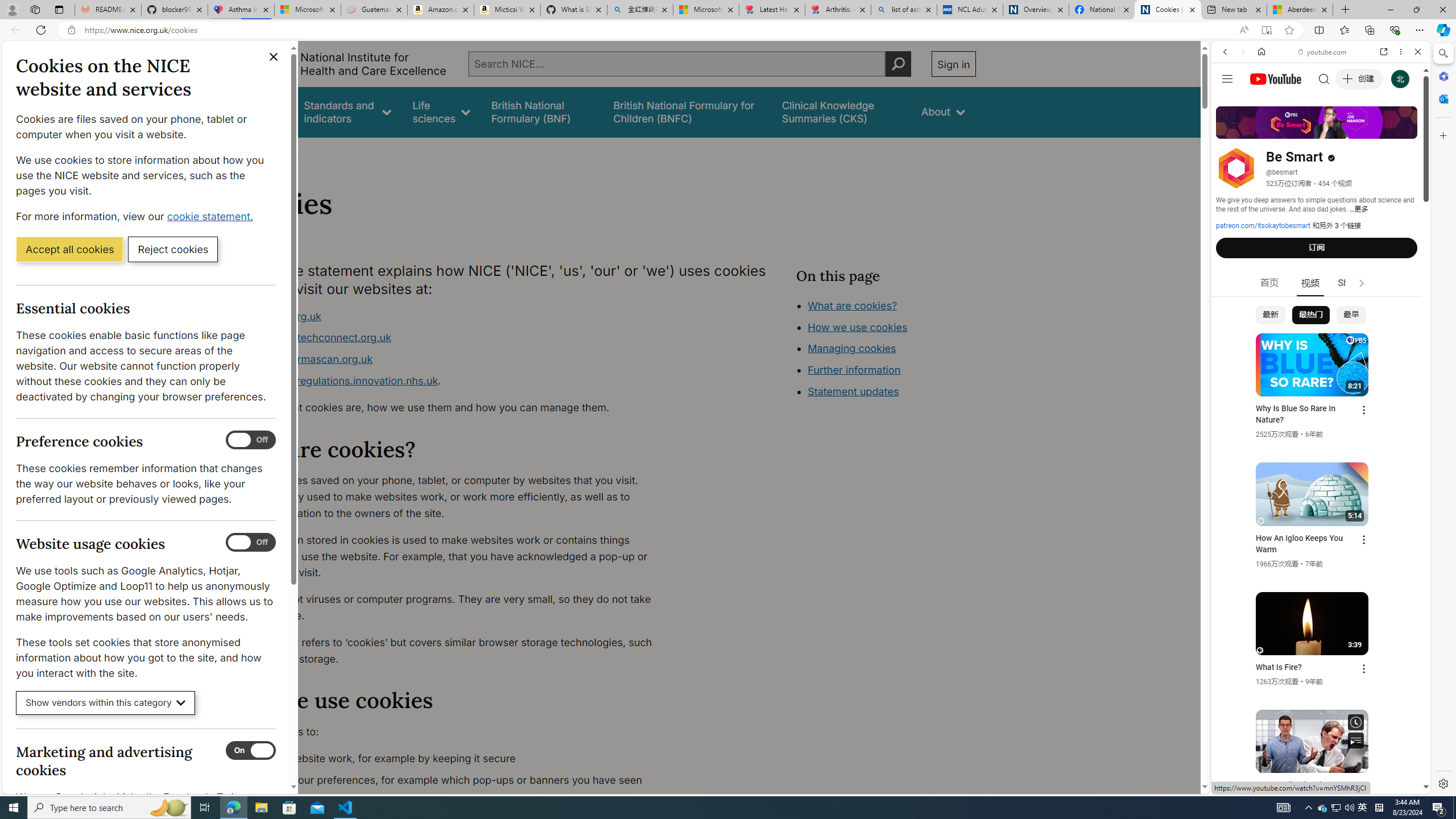  I want to click on 'Accept all cookies', so click(69, 248).